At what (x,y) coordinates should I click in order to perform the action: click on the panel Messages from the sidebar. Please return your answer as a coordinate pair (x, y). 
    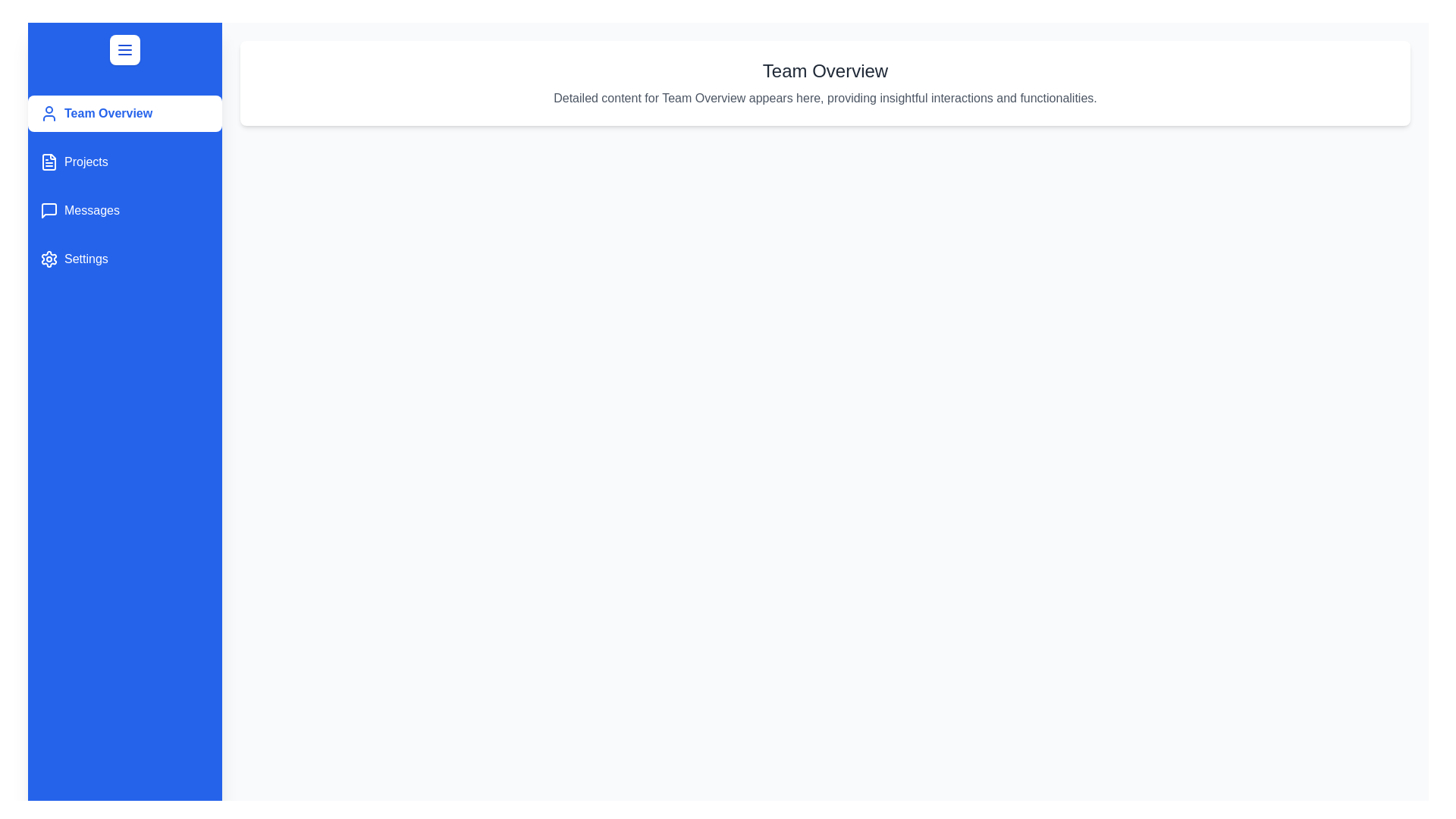
    Looking at the image, I should click on (124, 210).